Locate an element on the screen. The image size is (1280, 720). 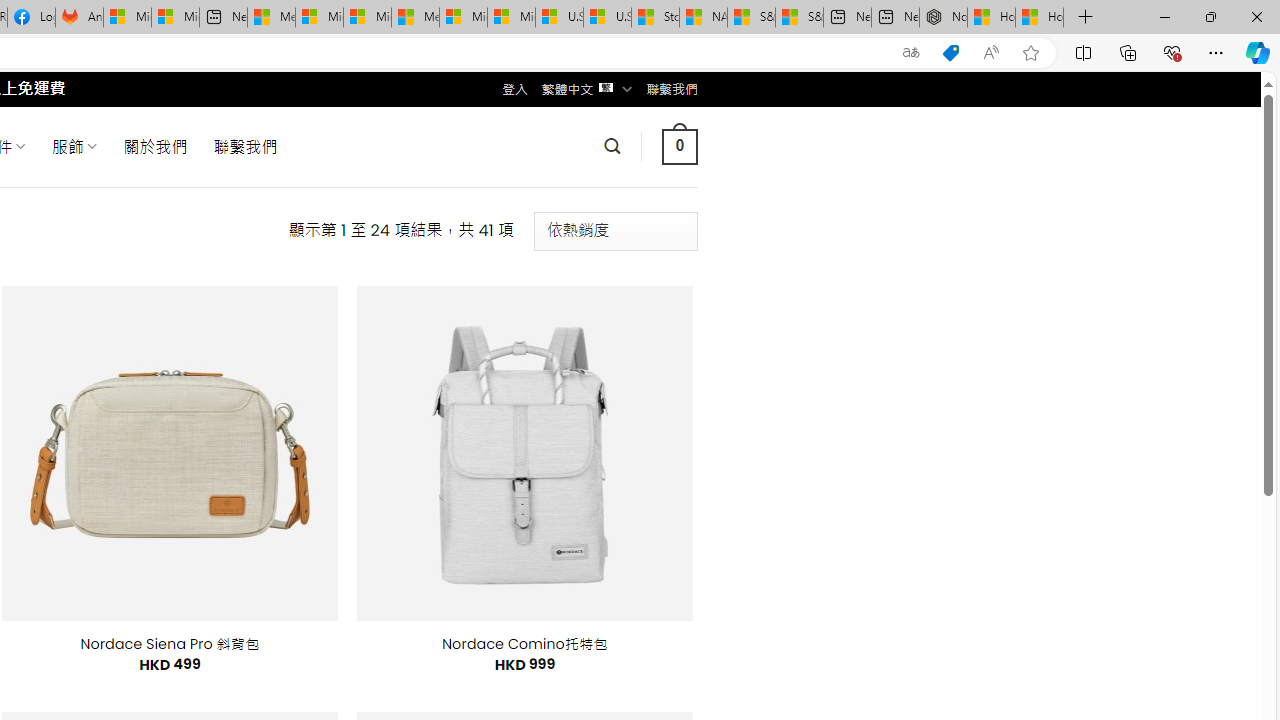
'How to Use a Monitor With Your Closed Laptop' is located at coordinates (1040, 17).